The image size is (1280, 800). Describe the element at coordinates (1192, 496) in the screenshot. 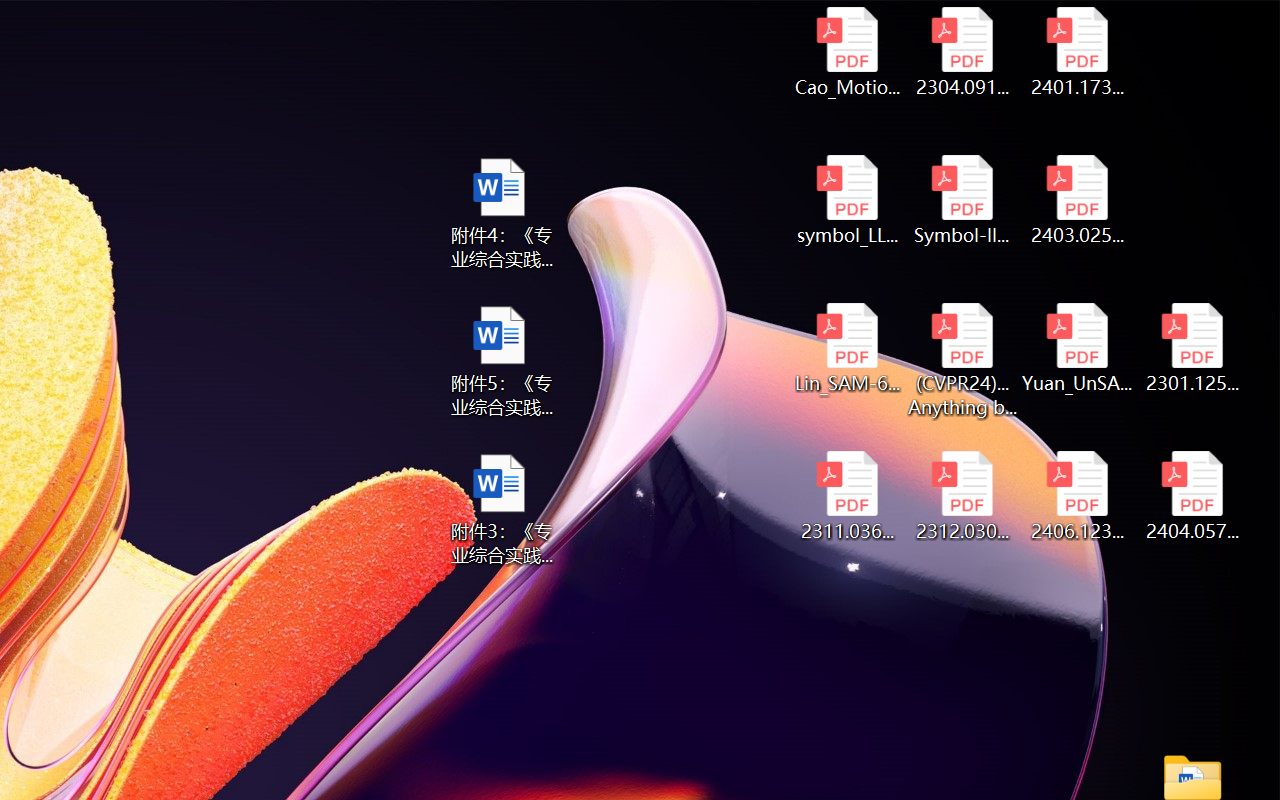

I see `'2404.05719v1.pdf'` at that location.